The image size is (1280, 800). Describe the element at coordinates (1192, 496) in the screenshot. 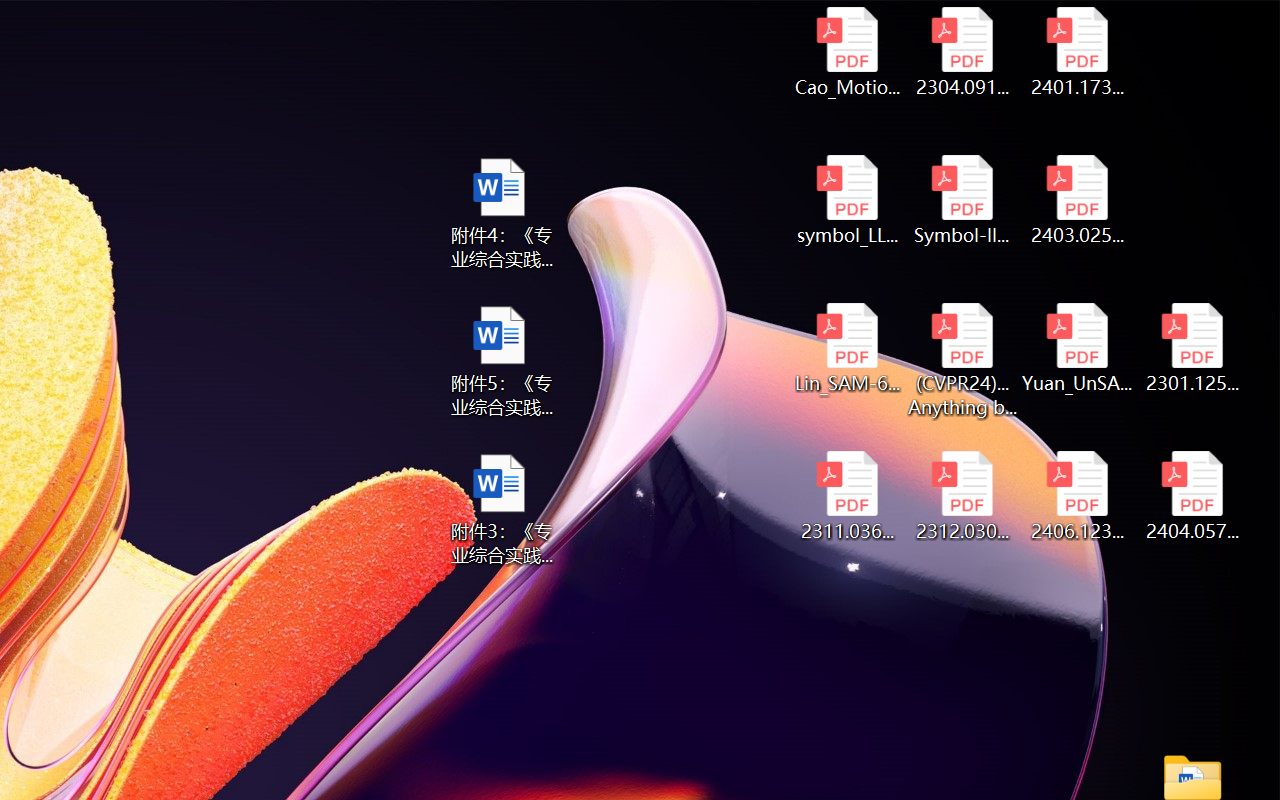

I see `'2404.05719v1.pdf'` at that location.